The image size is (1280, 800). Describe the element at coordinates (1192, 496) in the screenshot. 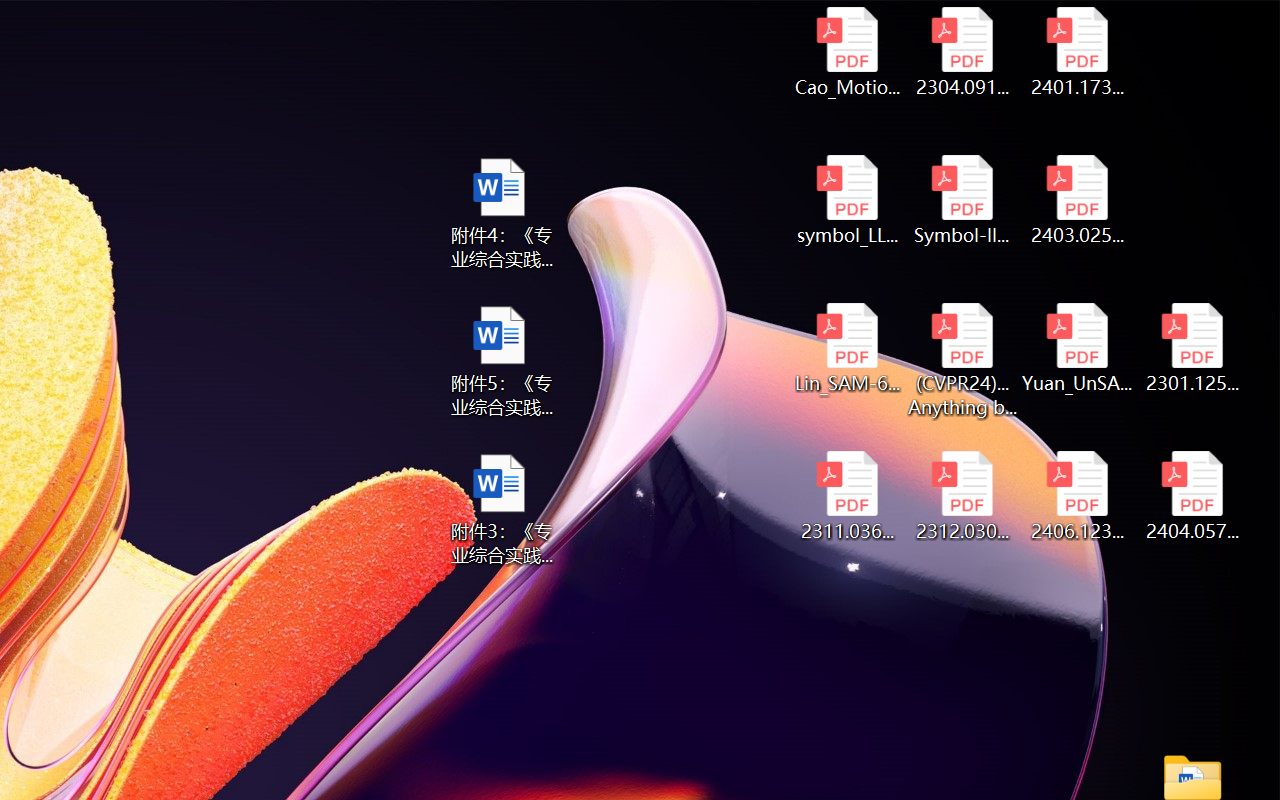

I see `'2404.05719v1.pdf'` at that location.